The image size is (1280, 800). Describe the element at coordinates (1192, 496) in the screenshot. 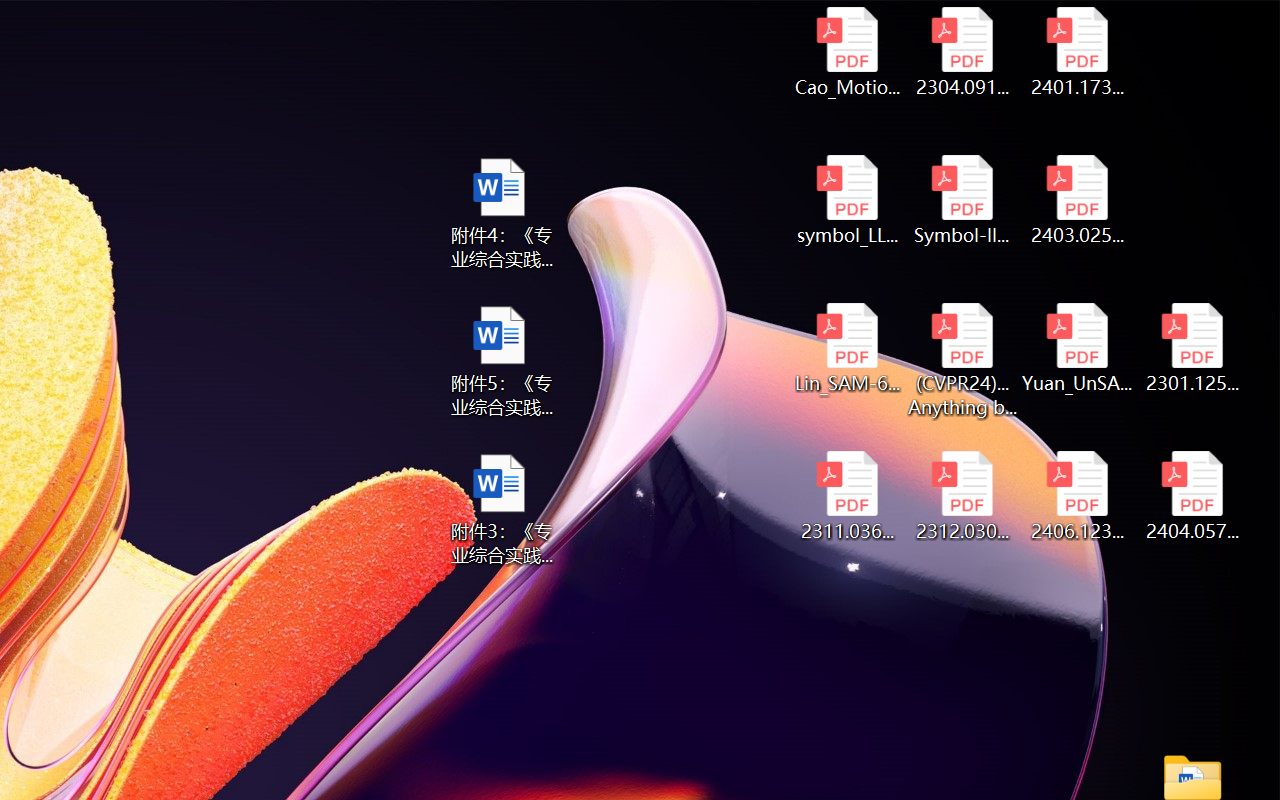

I see `'2404.05719v1.pdf'` at that location.